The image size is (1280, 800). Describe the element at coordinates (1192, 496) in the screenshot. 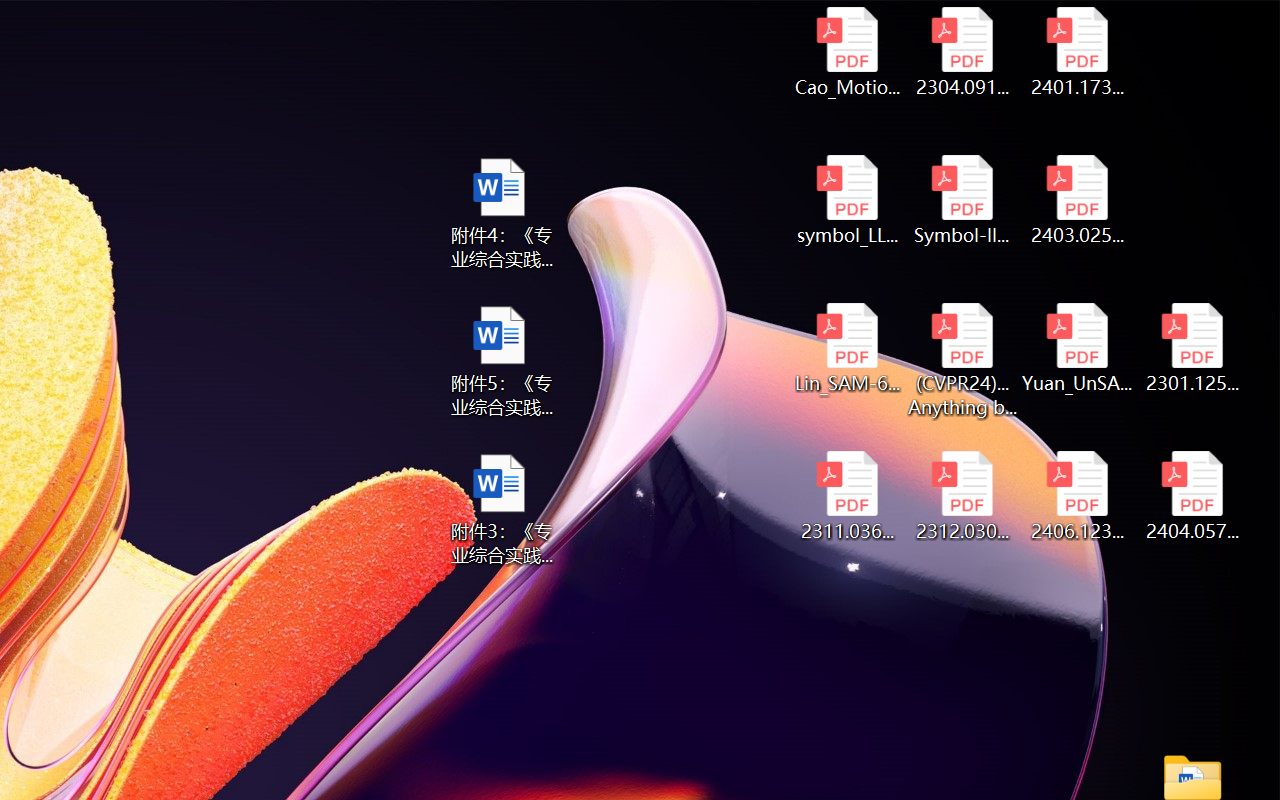

I see `'2404.05719v1.pdf'` at that location.